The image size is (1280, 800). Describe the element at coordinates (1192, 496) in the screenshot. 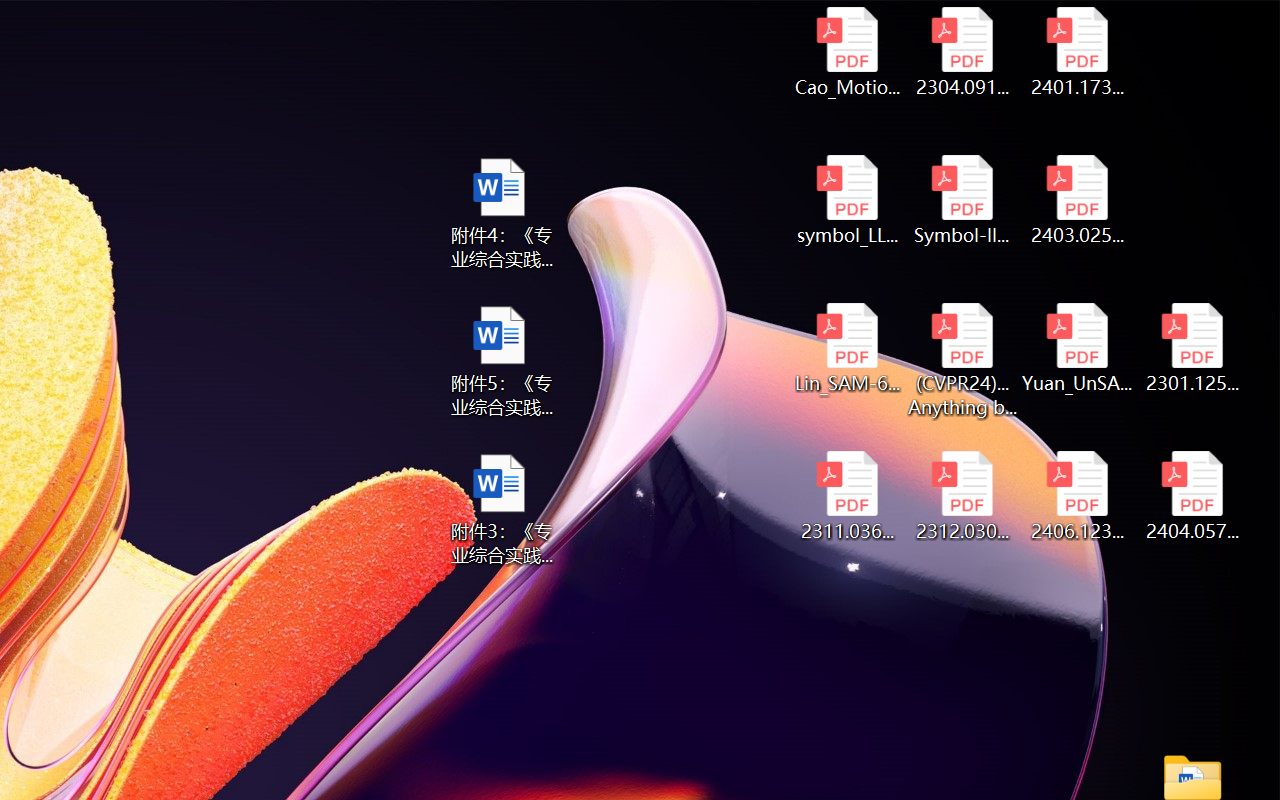

I see `'2404.05719v1.pdf'` at that location.